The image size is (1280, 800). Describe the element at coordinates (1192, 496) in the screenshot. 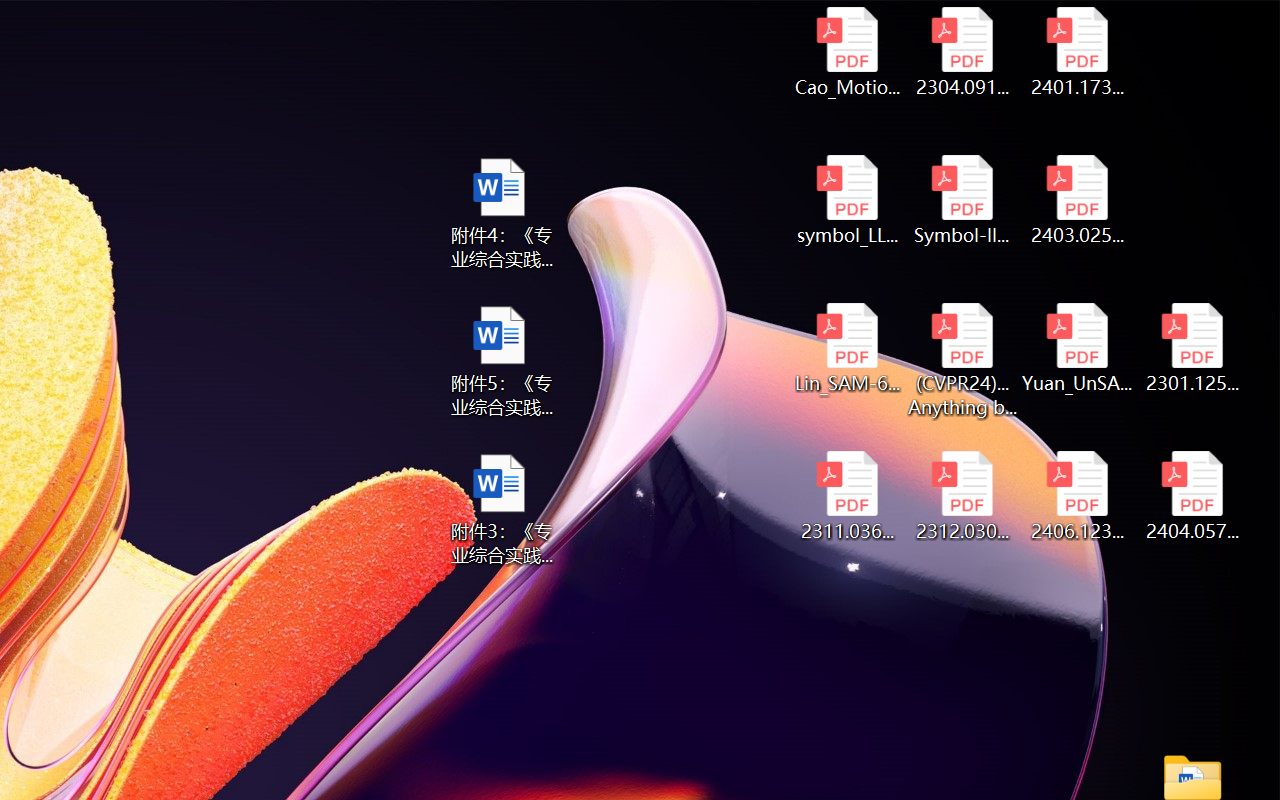

I see `'2404.05719v1.pdf'` at that location.